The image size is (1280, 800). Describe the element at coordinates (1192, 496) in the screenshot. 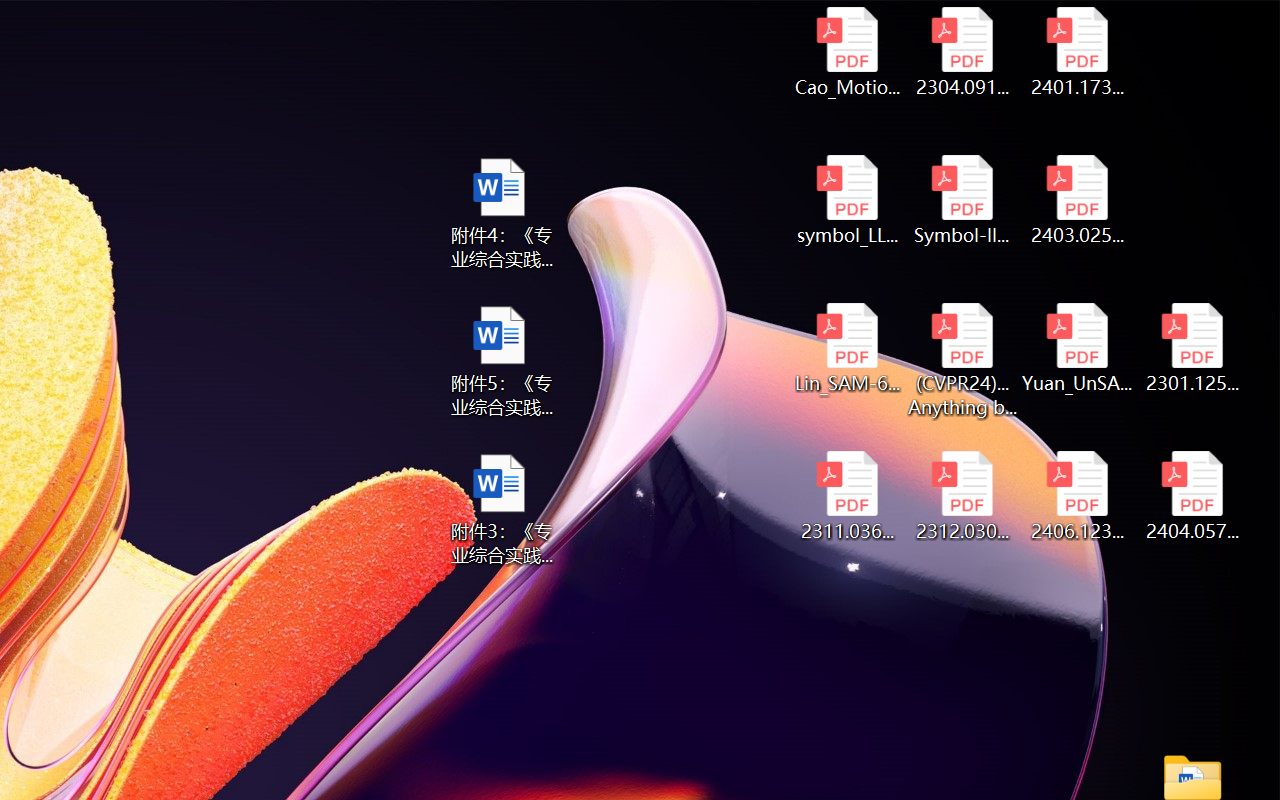

I see `'2404.05719v1.pdf'` at that location.